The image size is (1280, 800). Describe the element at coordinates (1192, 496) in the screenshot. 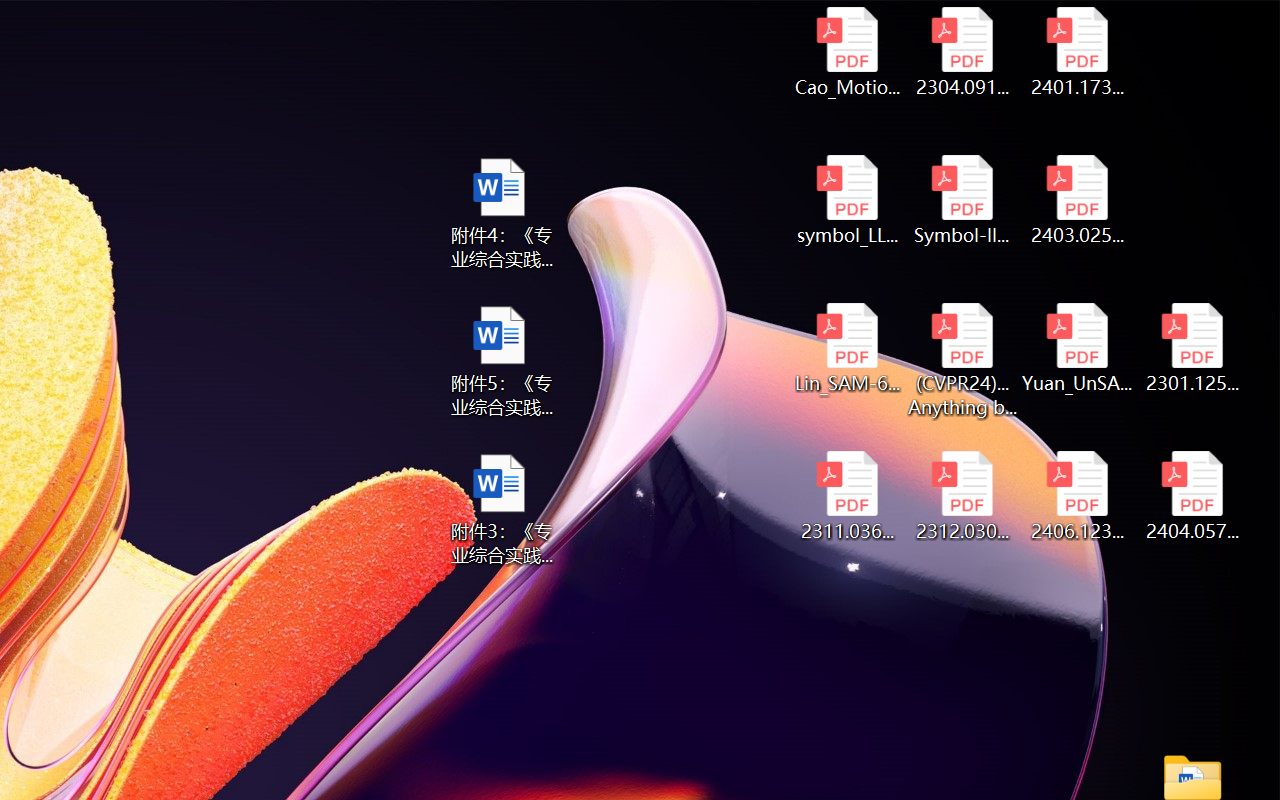

I see `'2404.05719v1.pdf'` at that location.